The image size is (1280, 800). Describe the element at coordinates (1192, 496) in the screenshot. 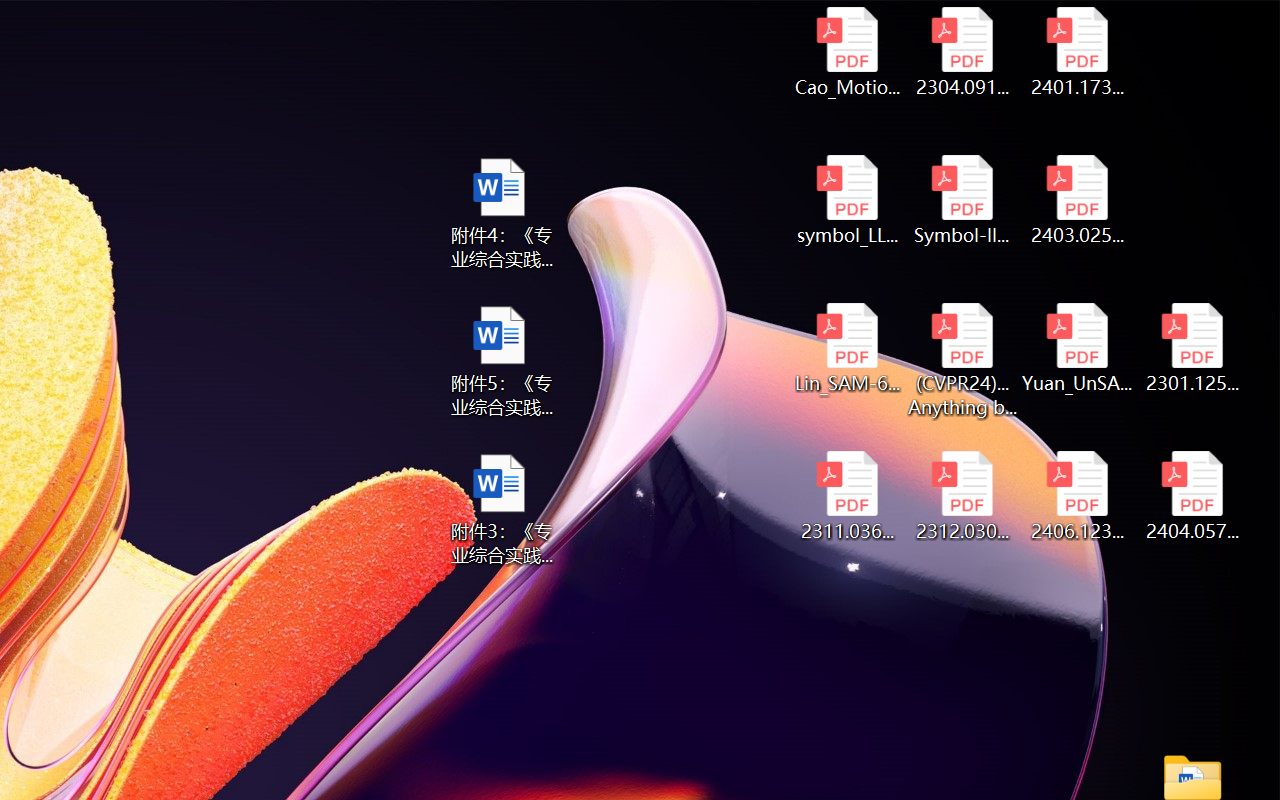

I see `'2404.05719v1.pdf'` at that location.